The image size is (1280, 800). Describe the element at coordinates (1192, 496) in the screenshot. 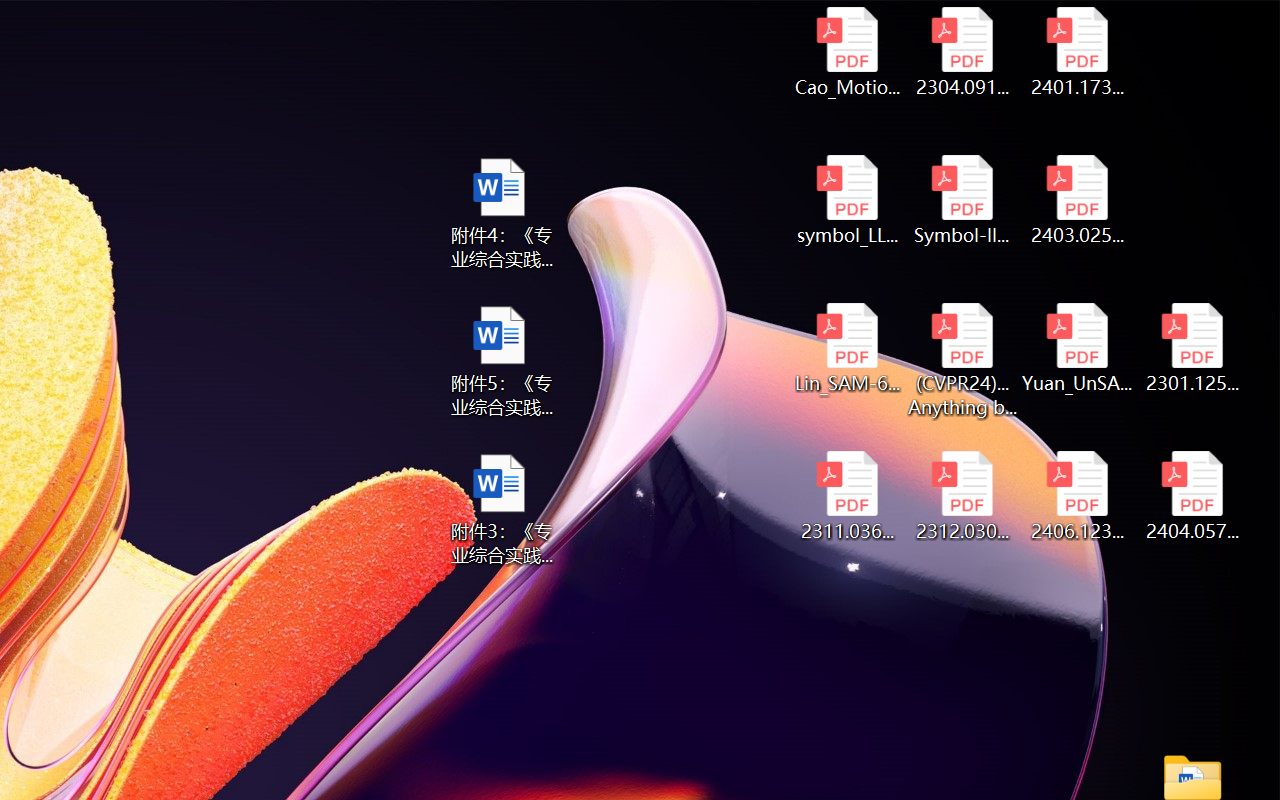

I see `'2404.05719v1.pdf'` at that location.